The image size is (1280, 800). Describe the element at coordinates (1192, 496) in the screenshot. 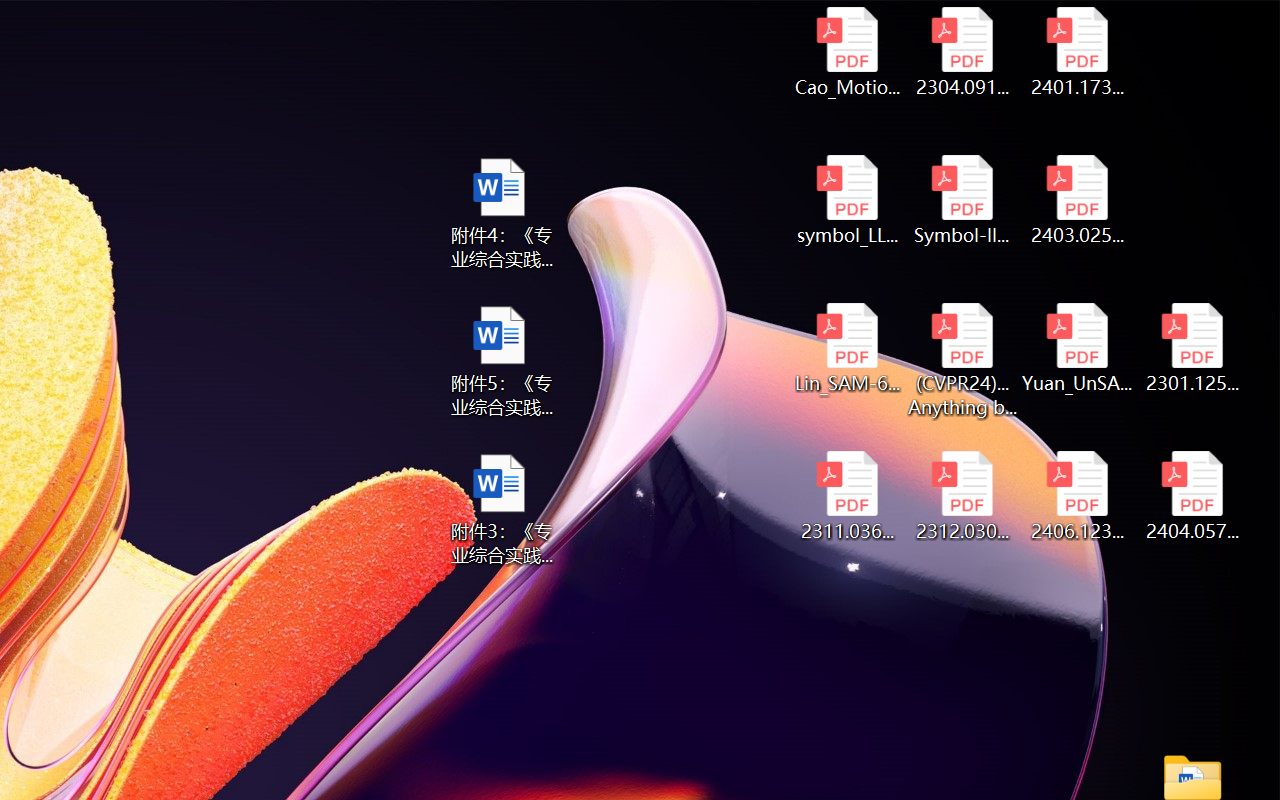

I see `'2404.05719v1.pdf'` at that location.